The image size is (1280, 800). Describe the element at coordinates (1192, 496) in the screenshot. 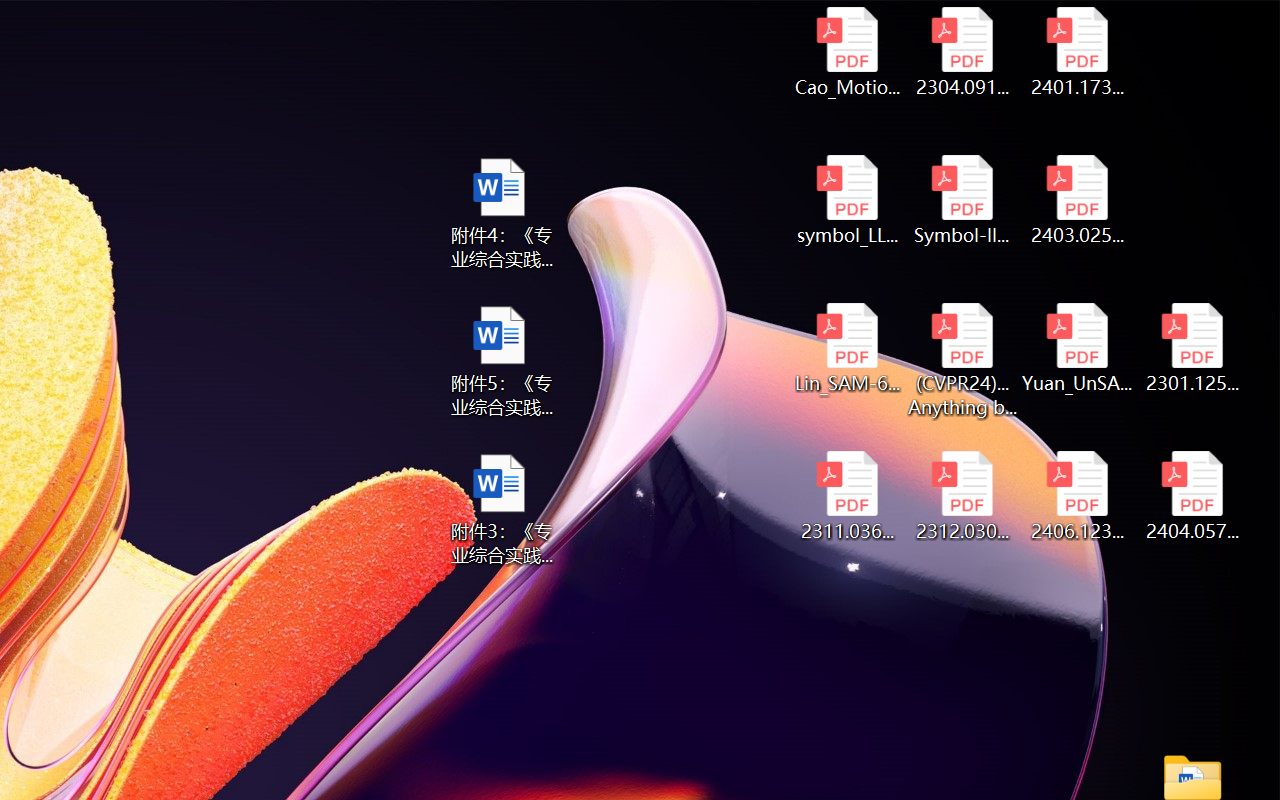

I see `'2404.05719v1.pdf'` at that location.